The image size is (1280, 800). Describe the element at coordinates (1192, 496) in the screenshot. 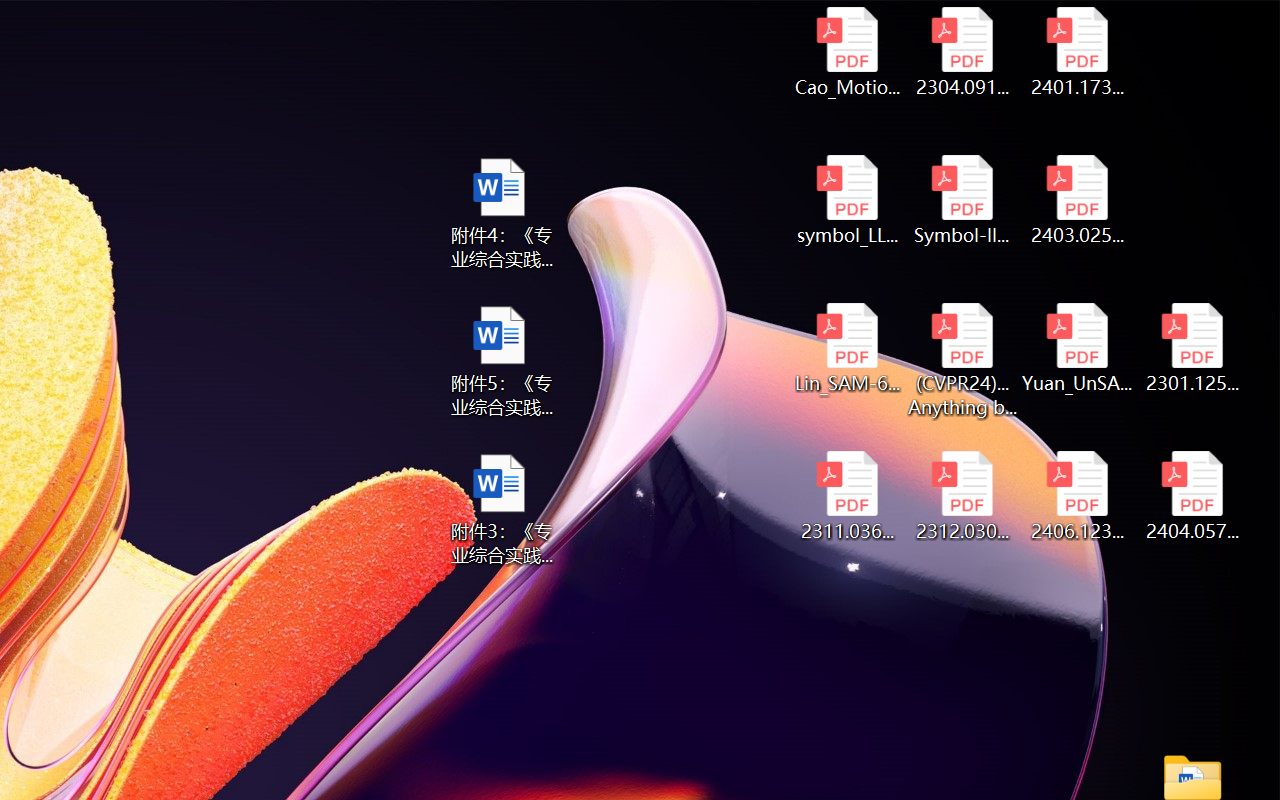

I see `'2404.05719v1.pdf'` at that location.